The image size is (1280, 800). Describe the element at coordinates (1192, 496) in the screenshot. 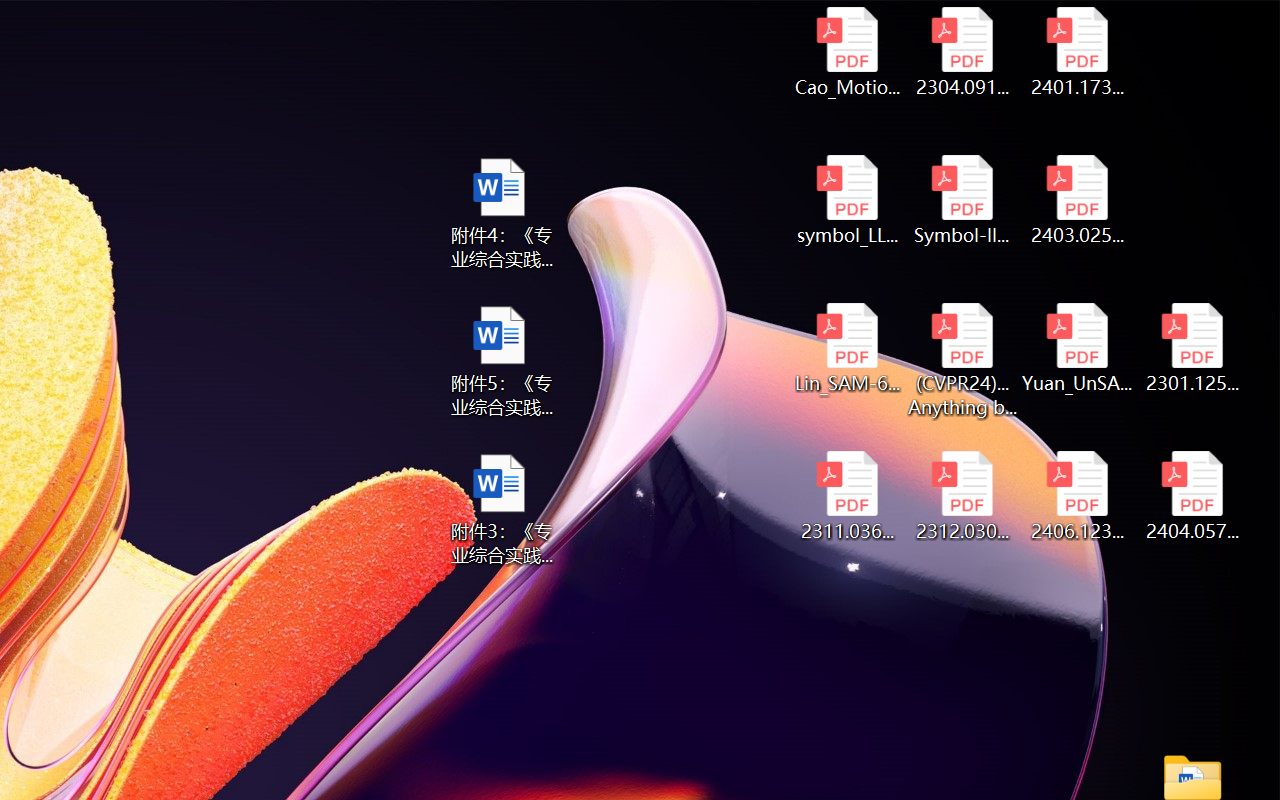

I see `'2404.05719v1.pdf'` at that location.